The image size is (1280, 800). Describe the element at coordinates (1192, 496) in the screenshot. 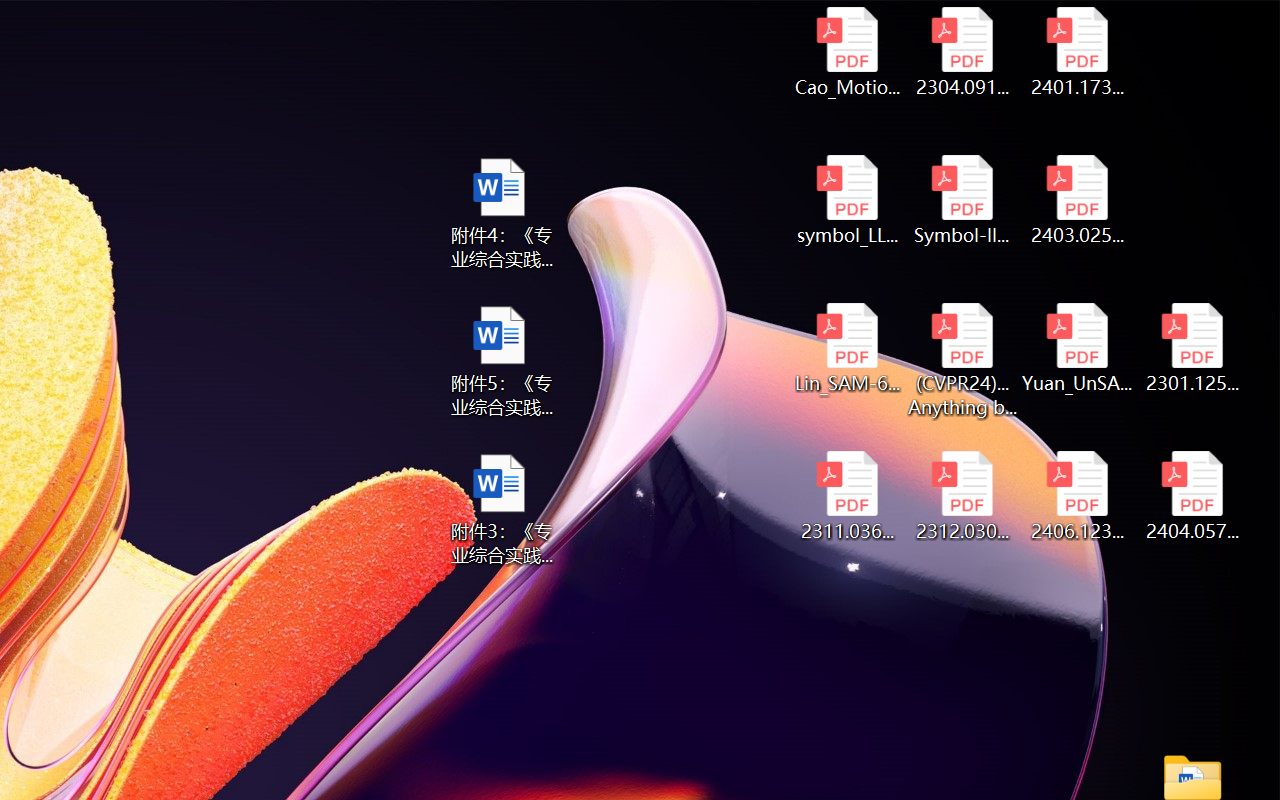

I see `'2404.05719v1.pdf'` at that location.